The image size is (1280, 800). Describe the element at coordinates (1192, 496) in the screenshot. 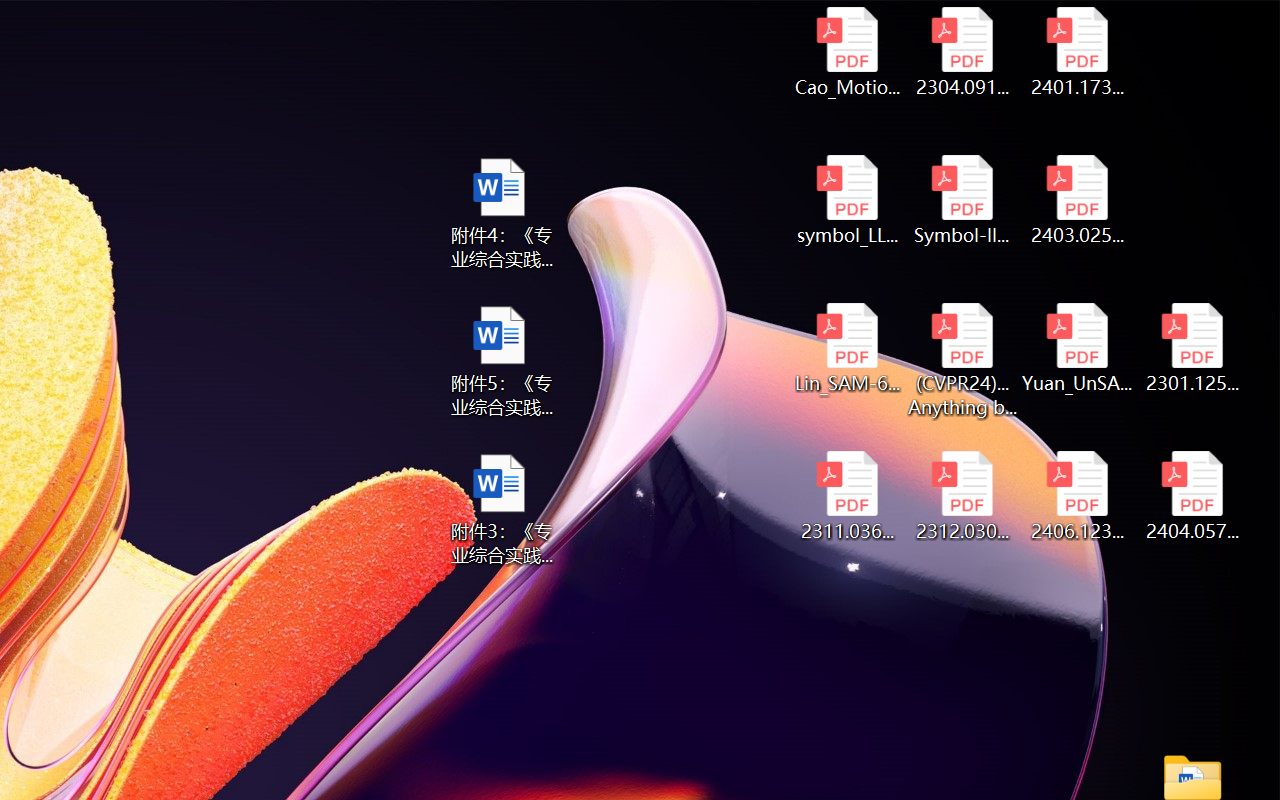

I see `'2404.05719v1.pdf'` at that location.